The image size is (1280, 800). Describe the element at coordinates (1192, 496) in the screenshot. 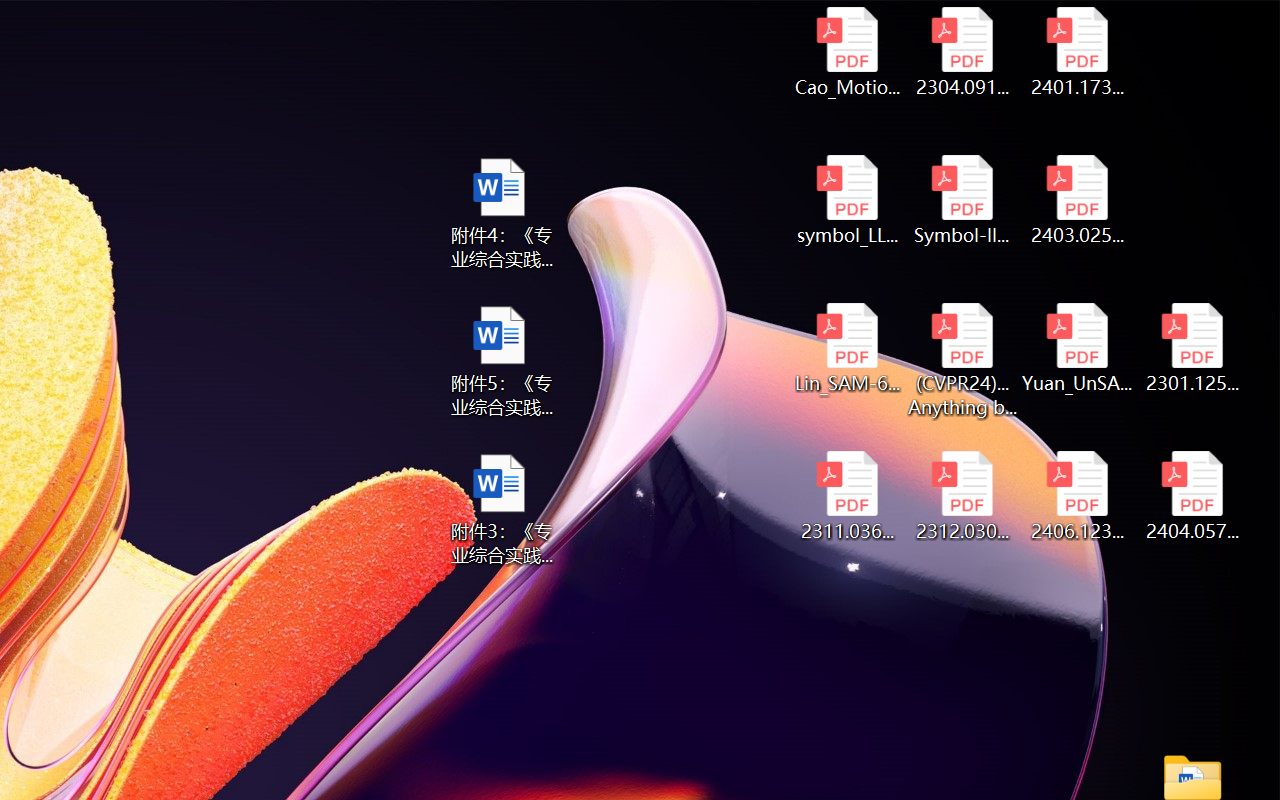

I see `'2404.05719v1.pdf'` at that location.